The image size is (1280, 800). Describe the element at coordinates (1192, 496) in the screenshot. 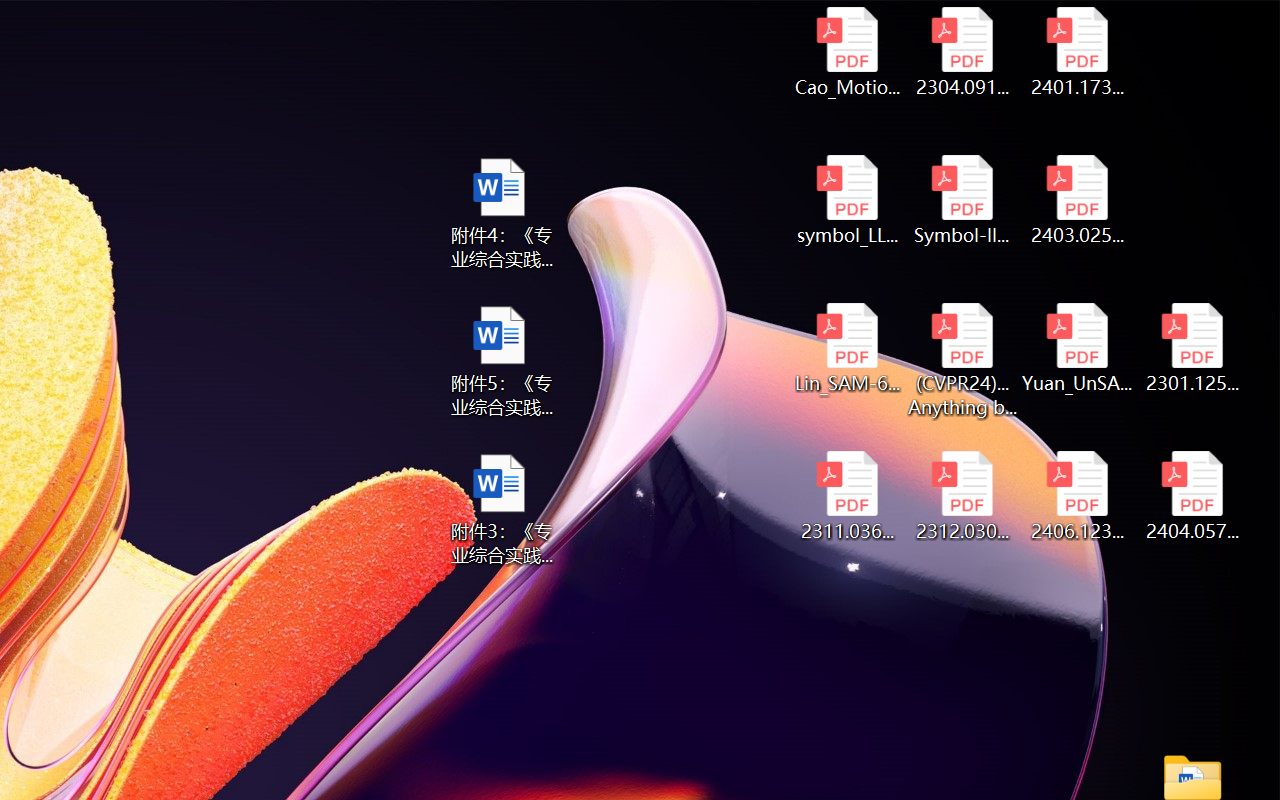

I see `'2404.05719v1.pdf'` at that location.